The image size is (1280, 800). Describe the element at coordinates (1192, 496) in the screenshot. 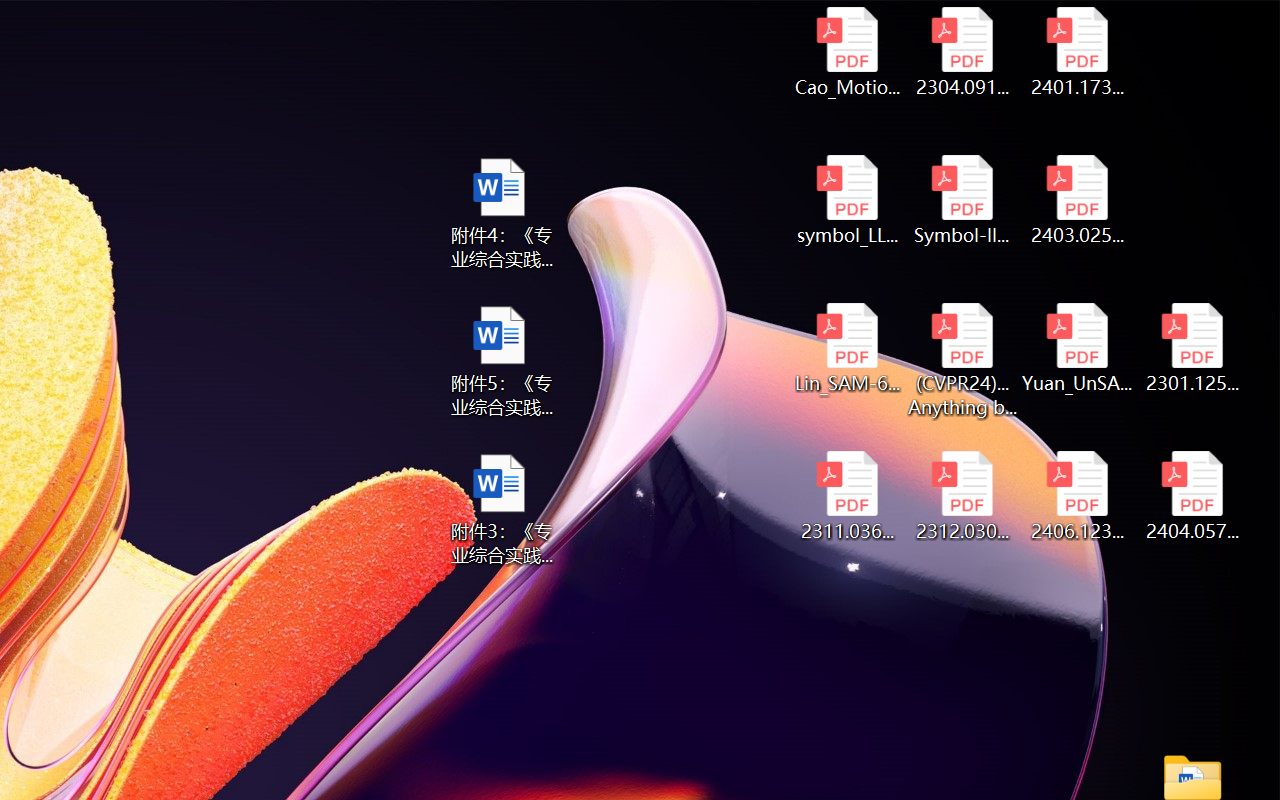

I see `'2404.05719v1.pdf'` at that location.